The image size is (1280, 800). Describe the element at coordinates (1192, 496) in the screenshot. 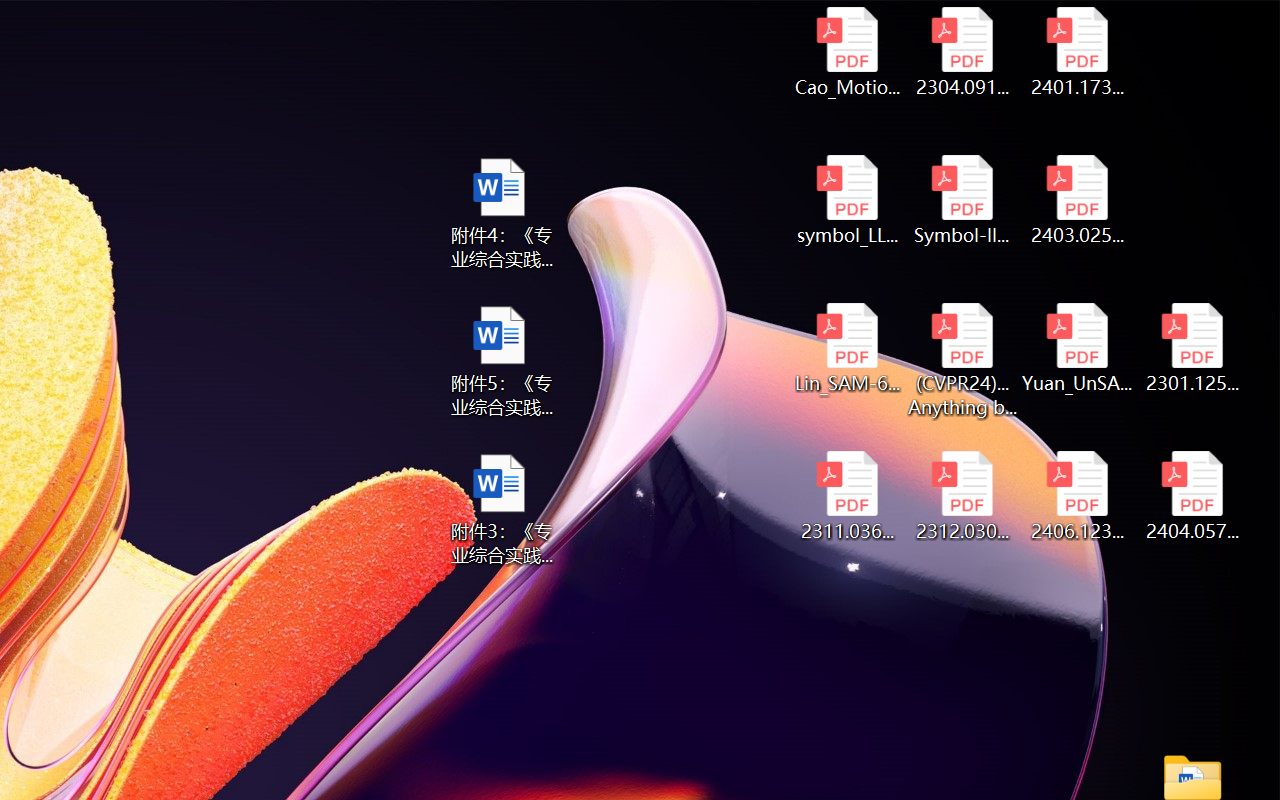

I see `'2404.05719v1.pdf'` at that location.